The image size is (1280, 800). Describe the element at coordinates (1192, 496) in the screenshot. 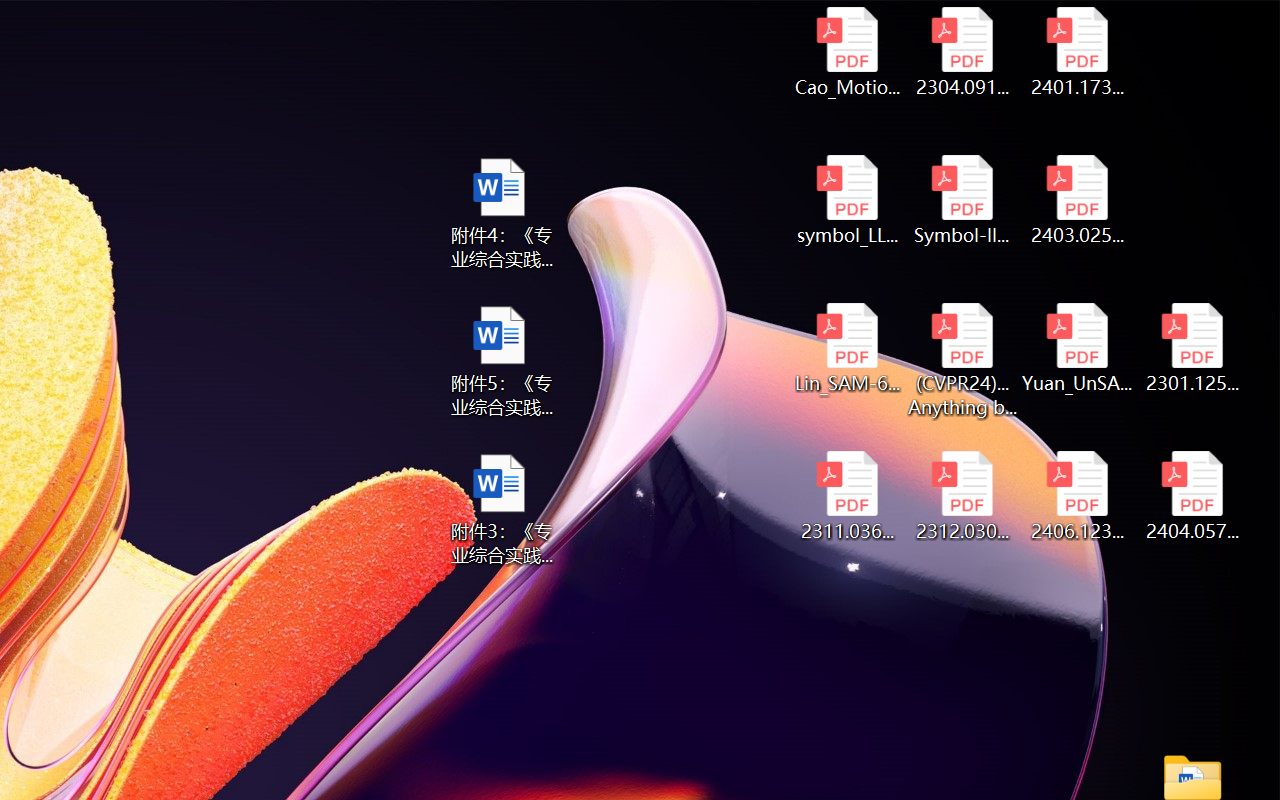

I see `'2404.05719v1.pdf'` at that location.